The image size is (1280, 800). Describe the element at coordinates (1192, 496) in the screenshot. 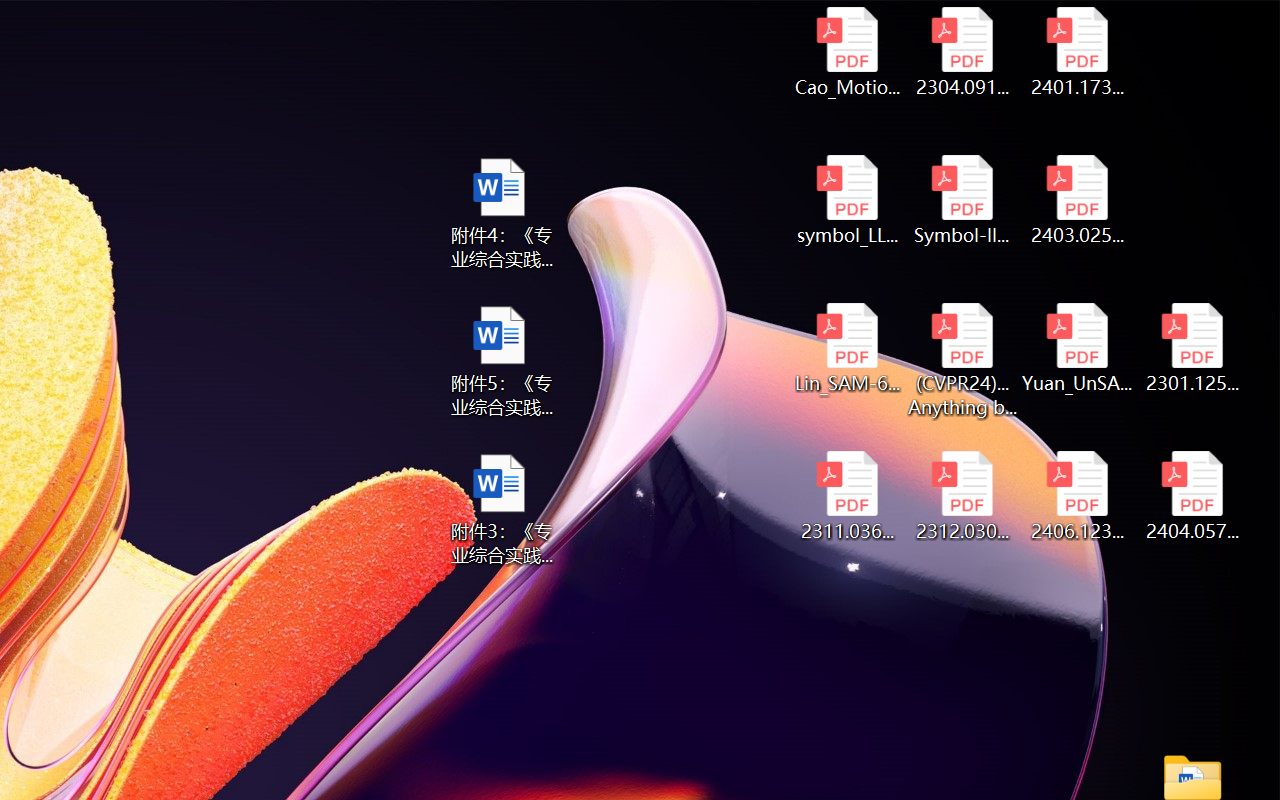

I see `'2404.05719v1.pdf'` at that location.